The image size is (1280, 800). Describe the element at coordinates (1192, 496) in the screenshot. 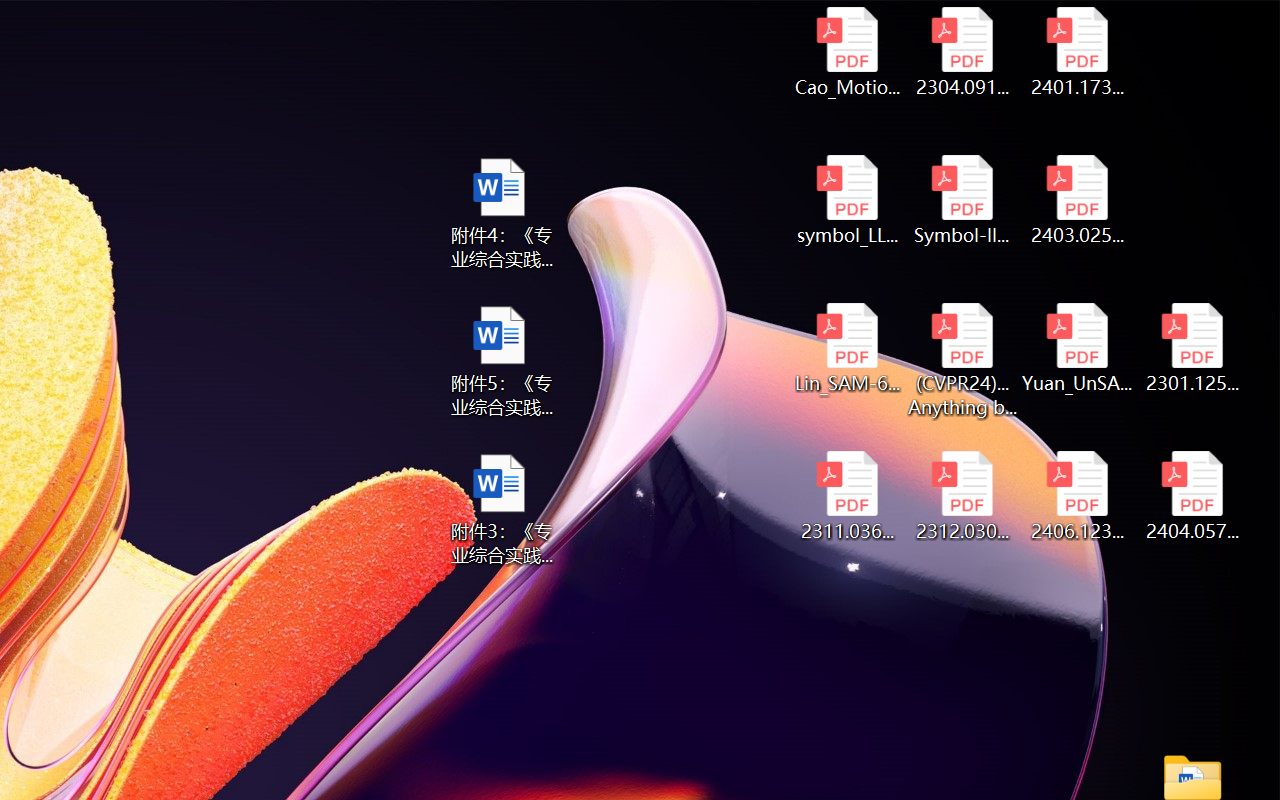

I see `'2404.05719v1.pdf'` at that location.